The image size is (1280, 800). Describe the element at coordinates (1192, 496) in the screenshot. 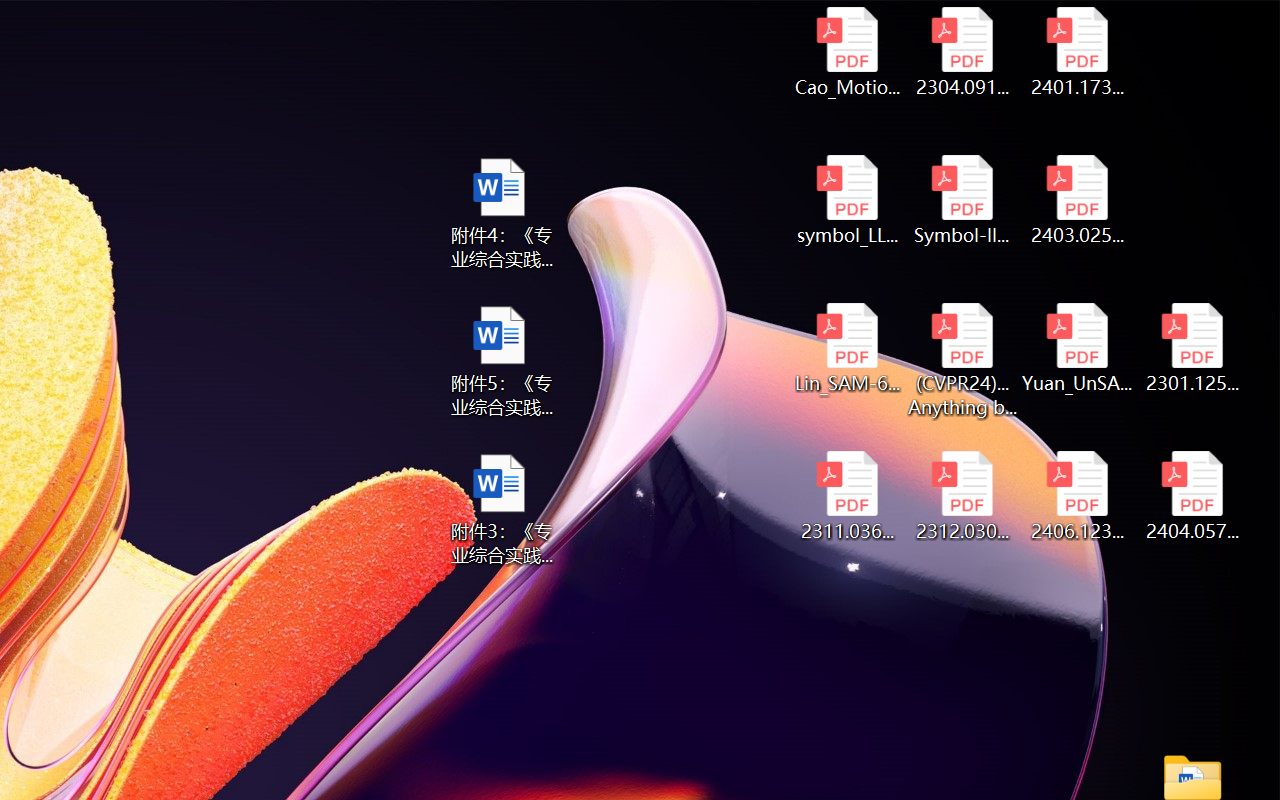

I see `'2404.05719v1.pdf'` at that location.